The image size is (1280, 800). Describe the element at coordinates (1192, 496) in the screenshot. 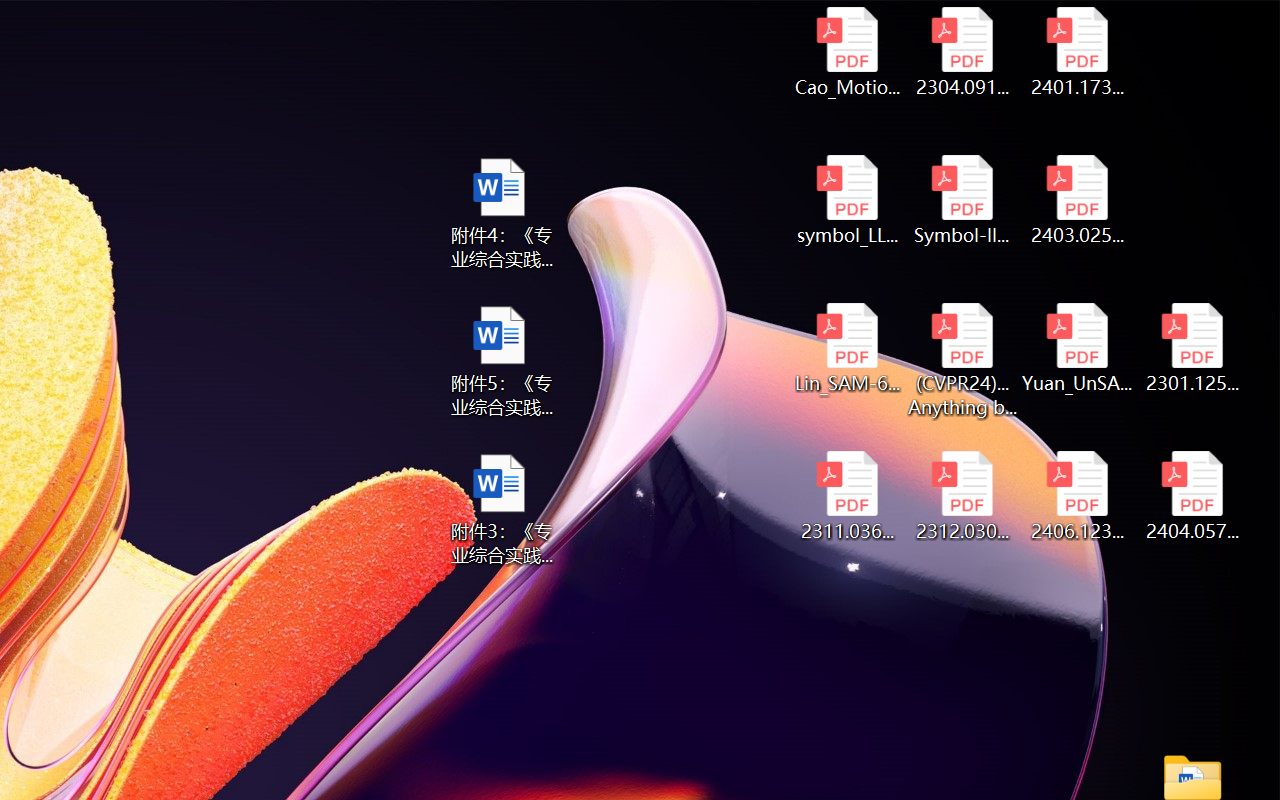

I see `'2404.05719v1.pdf'` at that location.